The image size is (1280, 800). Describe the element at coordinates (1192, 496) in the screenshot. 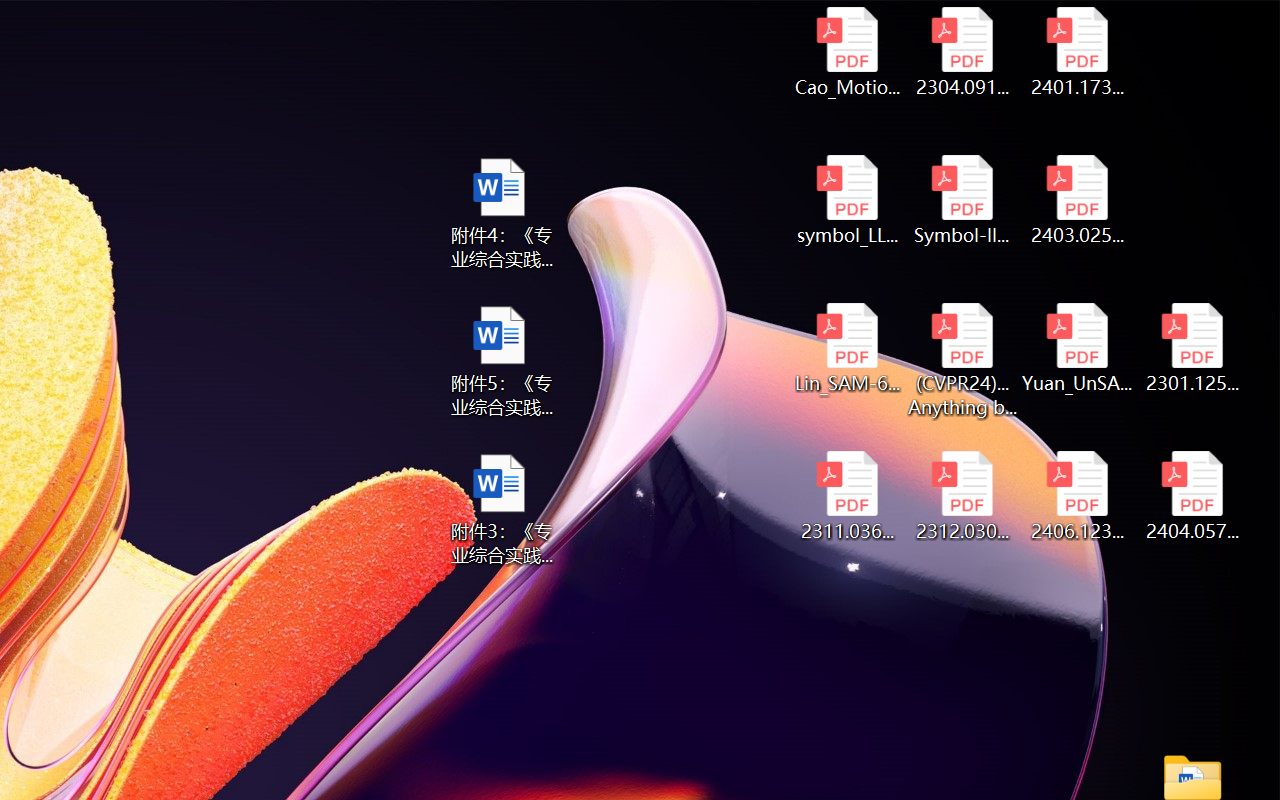

I see `'2404.05719v1.pdf'` at that location.